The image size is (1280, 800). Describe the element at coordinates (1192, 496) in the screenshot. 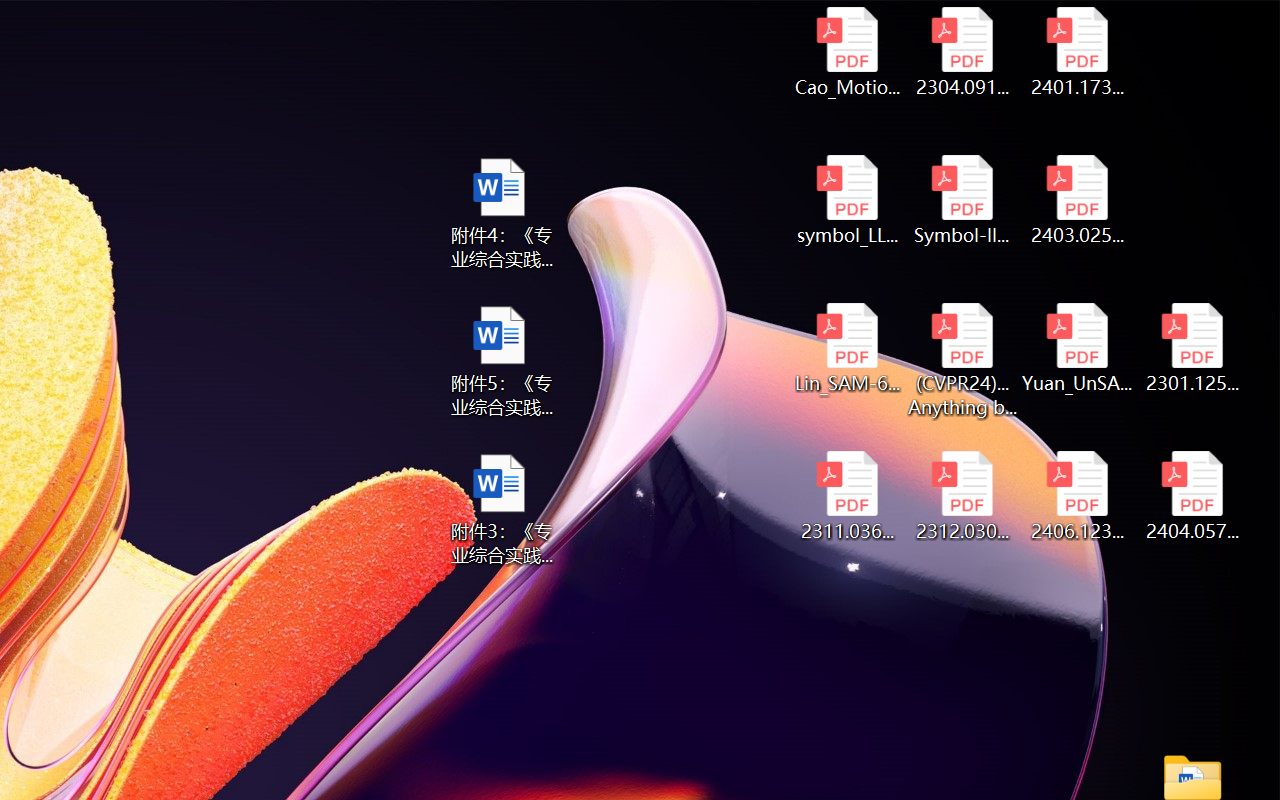

I see `'2404.05719v1.pdf'` at that location.